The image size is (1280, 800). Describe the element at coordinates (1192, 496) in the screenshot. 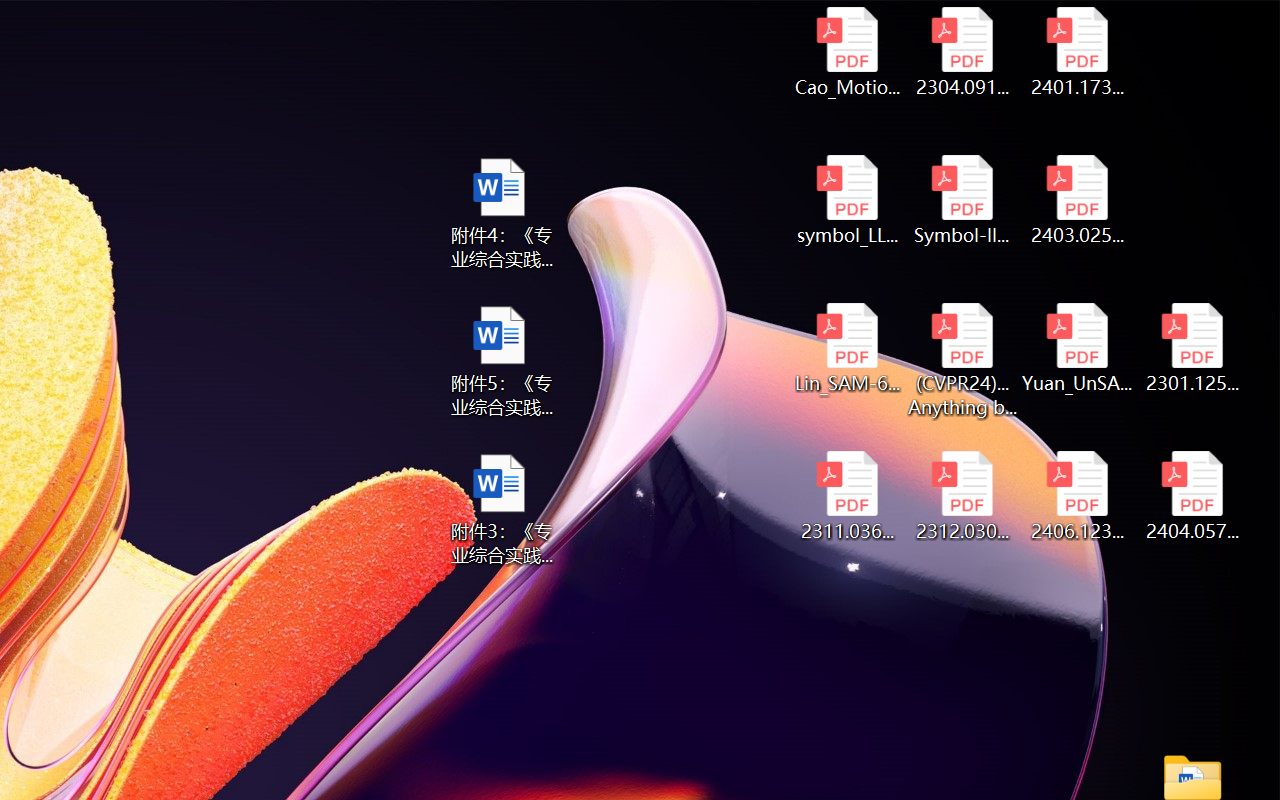

I see `'2404.05719v1.pdf'` at that location.